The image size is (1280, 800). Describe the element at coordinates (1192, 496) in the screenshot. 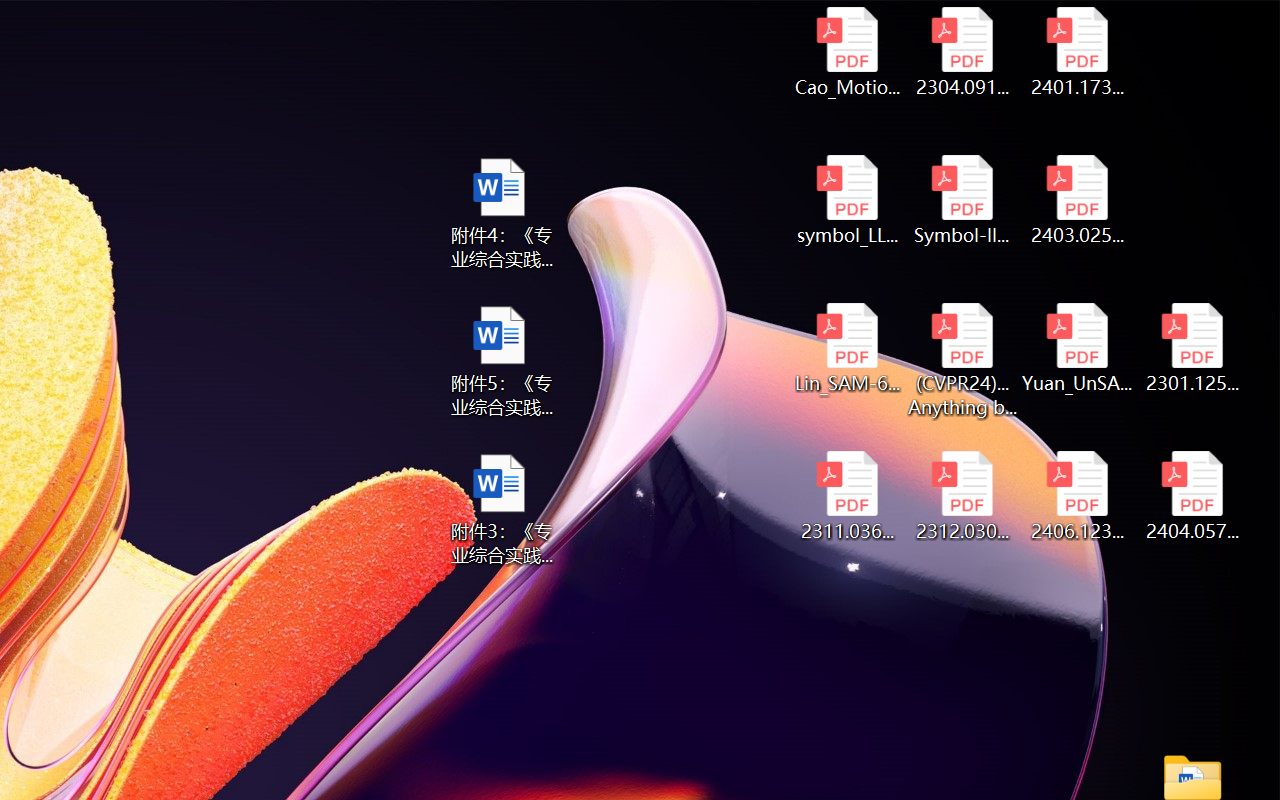

I see `'2404.05719v1.pdf'` at that location.